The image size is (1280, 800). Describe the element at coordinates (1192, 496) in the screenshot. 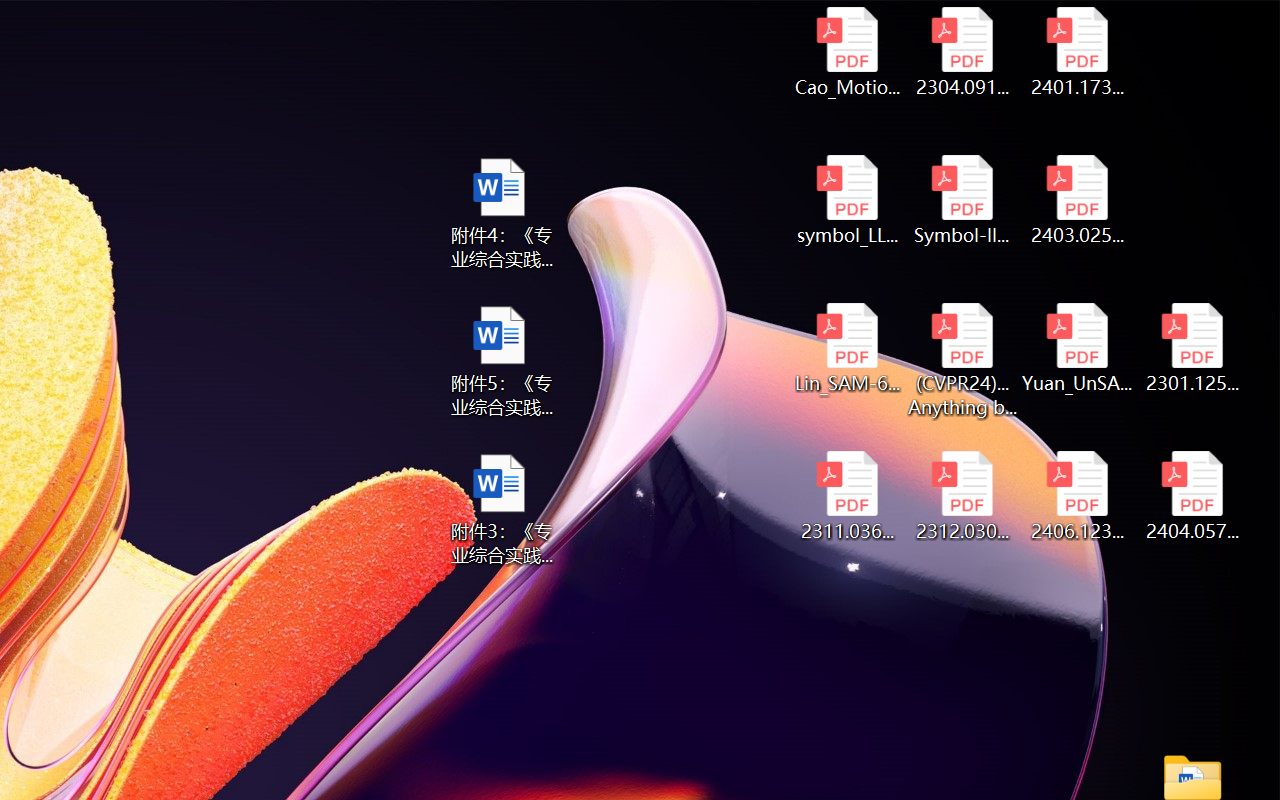

I see `'2404.05719v1.pdf'` at that location.